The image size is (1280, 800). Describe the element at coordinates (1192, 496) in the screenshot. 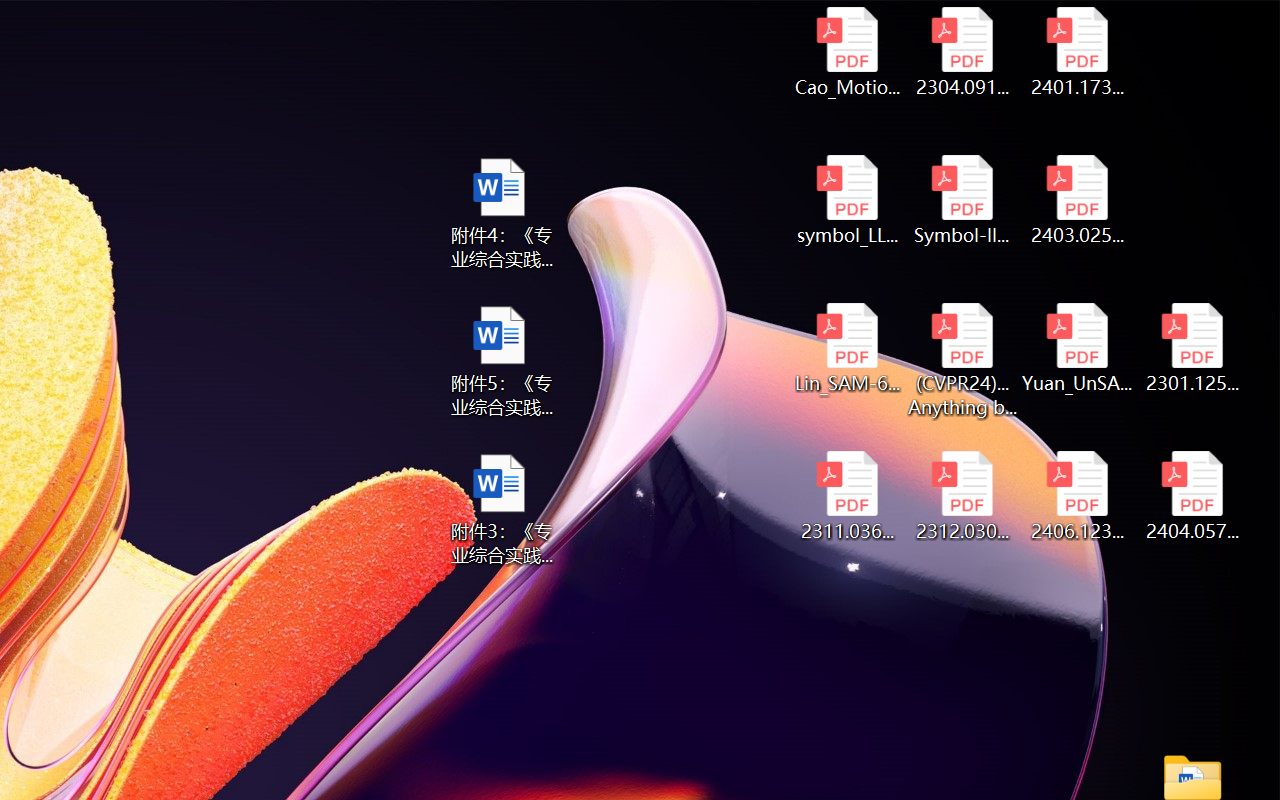

I see `'2404.05719v1.pdf'` at that location.